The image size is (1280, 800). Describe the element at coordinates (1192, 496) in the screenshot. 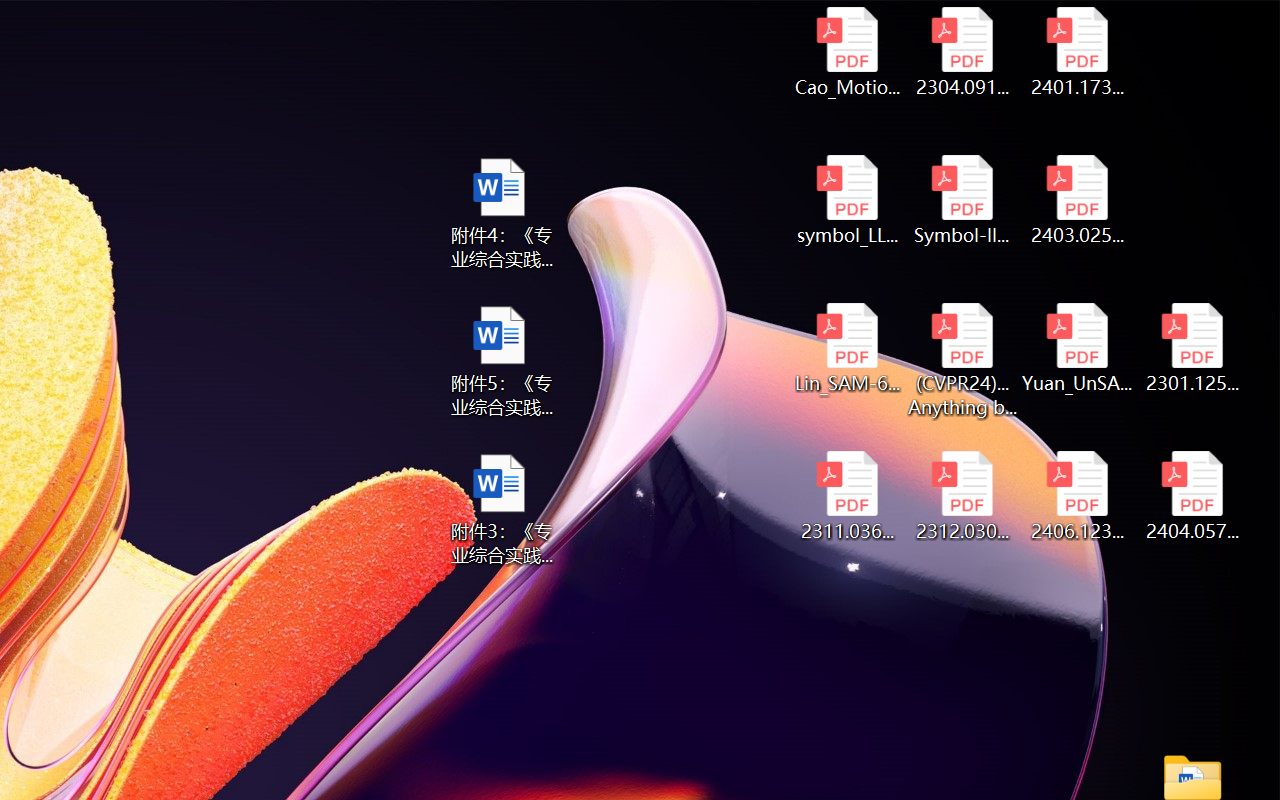

I see `'2404.05719v1.pdf'` at that location.